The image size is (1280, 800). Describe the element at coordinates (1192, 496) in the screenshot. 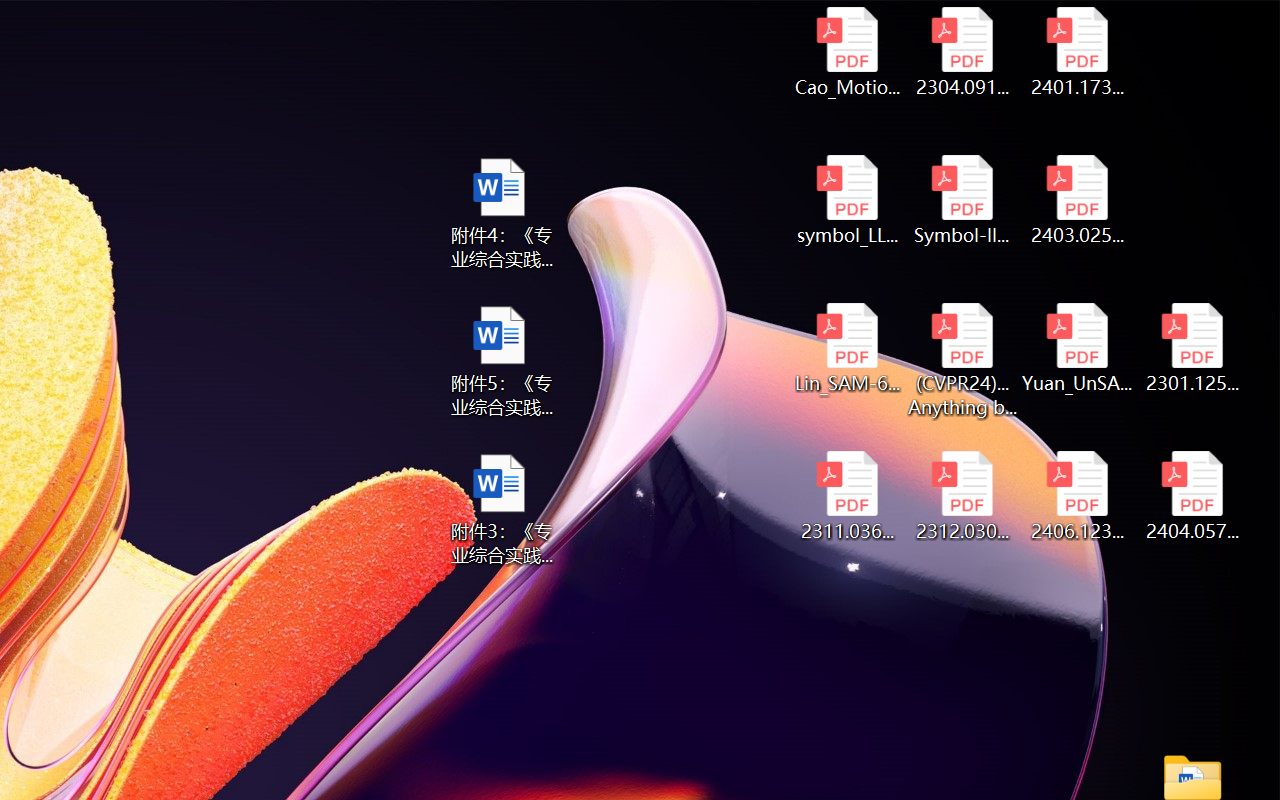

I see `'2404.05719v1.pdf'` at that location.